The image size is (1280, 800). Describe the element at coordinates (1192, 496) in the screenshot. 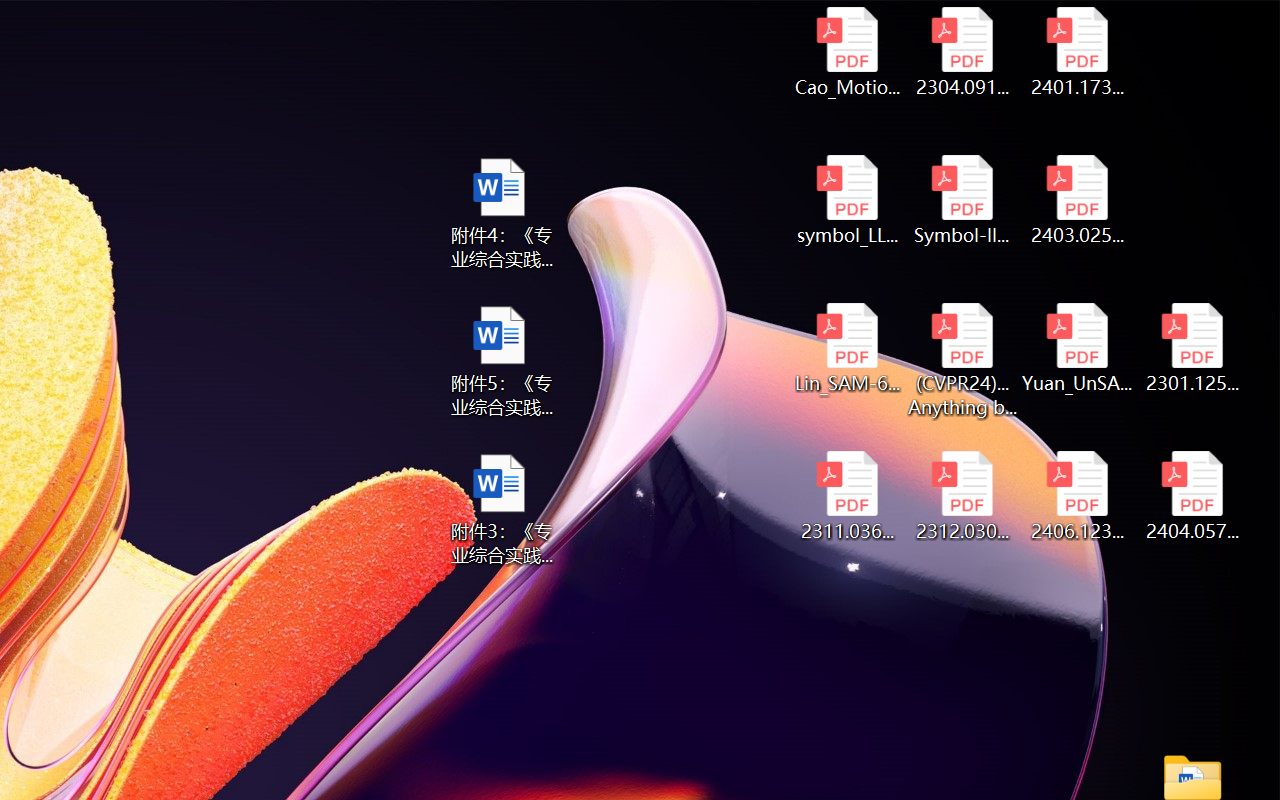

I see `'2404.05719v1.pdf'` at that location.